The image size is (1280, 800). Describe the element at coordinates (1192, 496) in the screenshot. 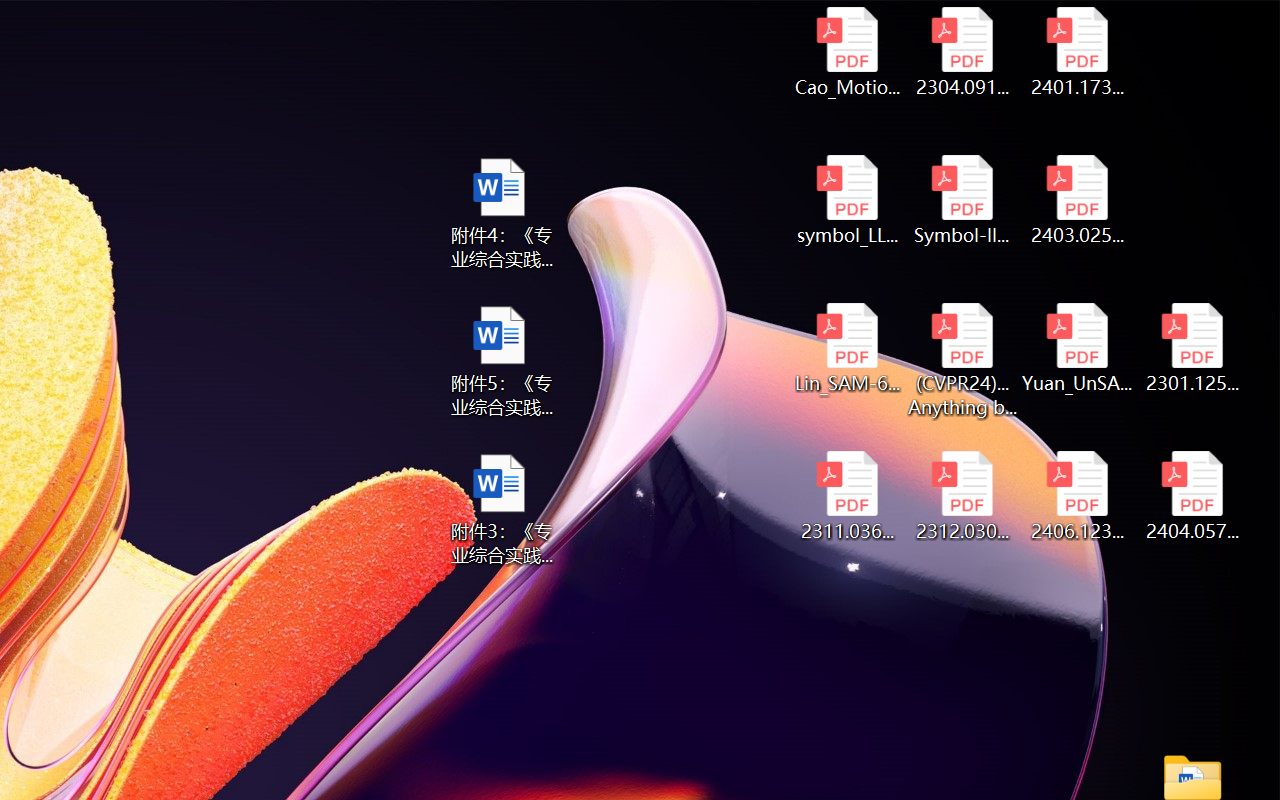

I see `'2404.05719v1.pdf'` at that location.